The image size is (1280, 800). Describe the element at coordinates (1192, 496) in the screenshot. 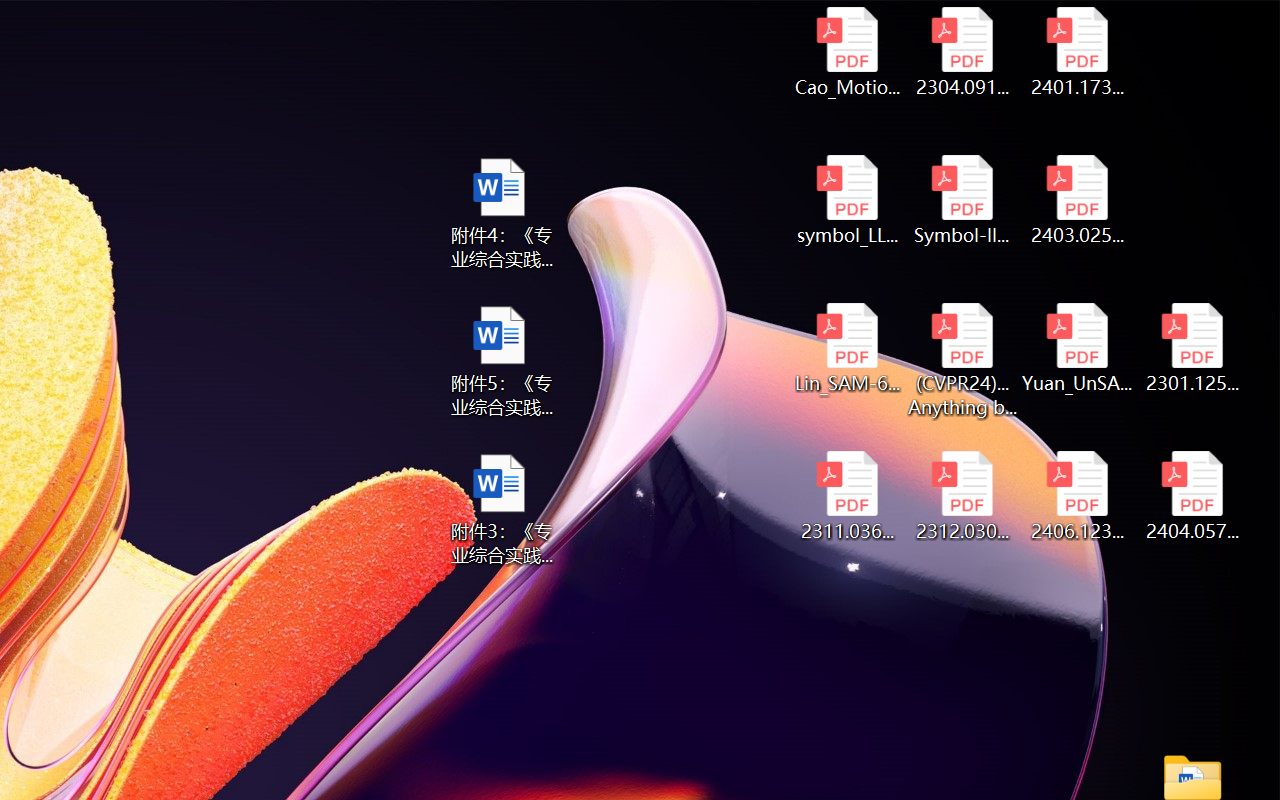

I see `'2404.05719v1.pdf'` at that location.